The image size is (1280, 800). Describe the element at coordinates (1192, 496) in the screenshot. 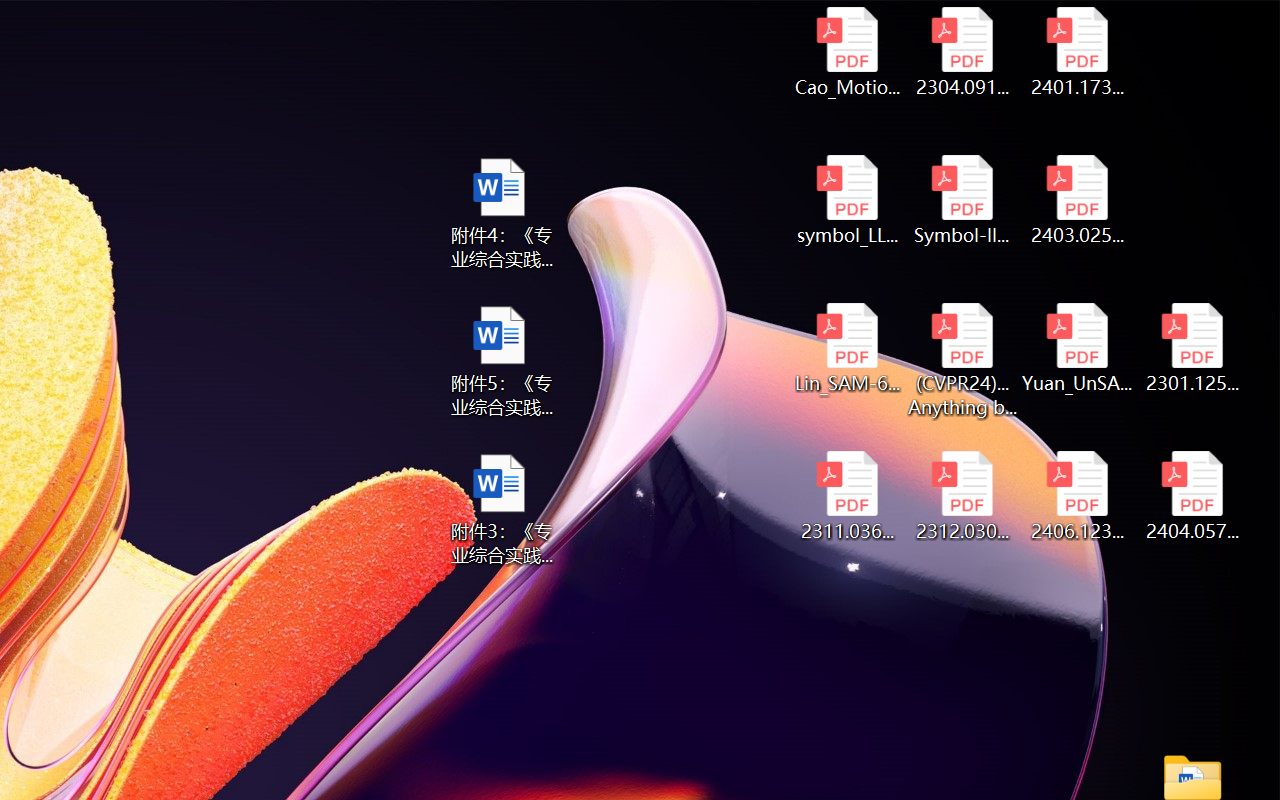

I see `'2404.05719v1.pdf'` at that location.